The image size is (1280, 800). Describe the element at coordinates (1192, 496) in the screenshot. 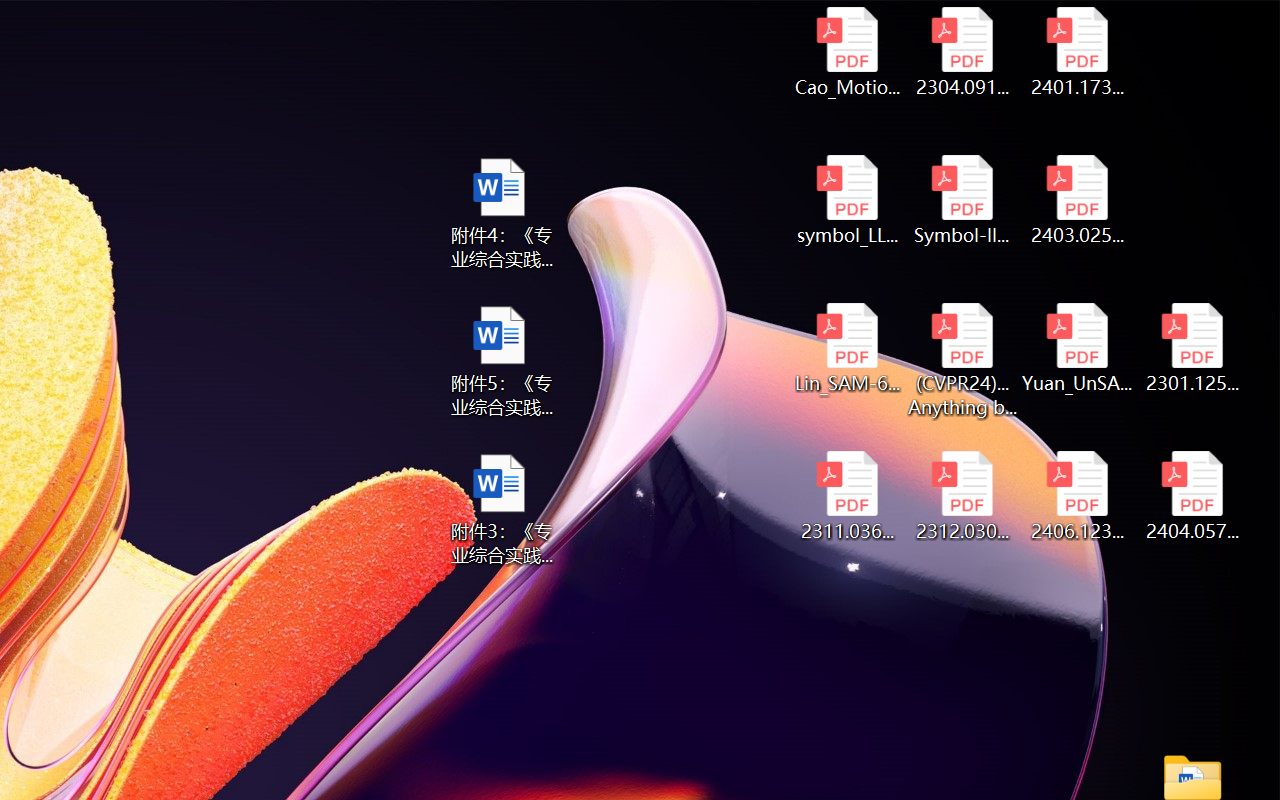

I see `'2404.05719v1.pdf'` at that location.